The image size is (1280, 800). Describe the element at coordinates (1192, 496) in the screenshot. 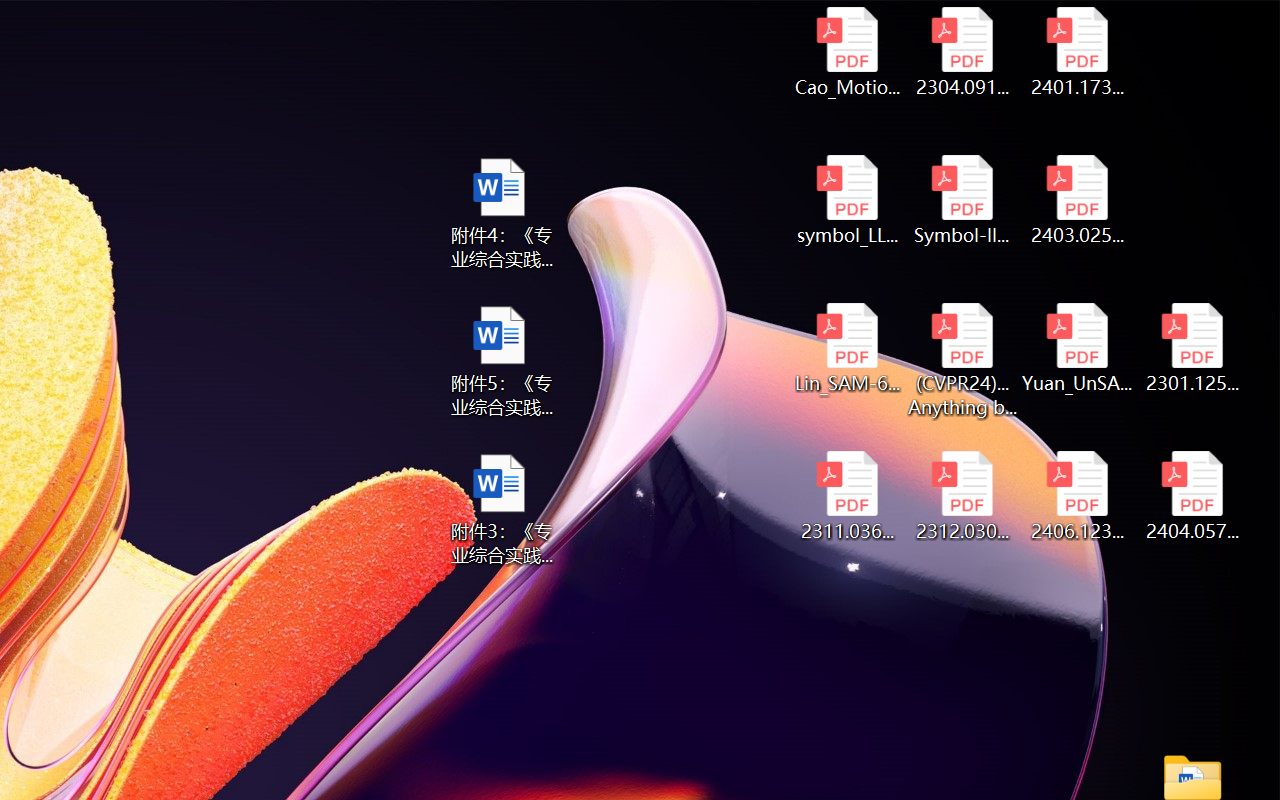

I see `'2404.05719v1.pdf'` at that location.